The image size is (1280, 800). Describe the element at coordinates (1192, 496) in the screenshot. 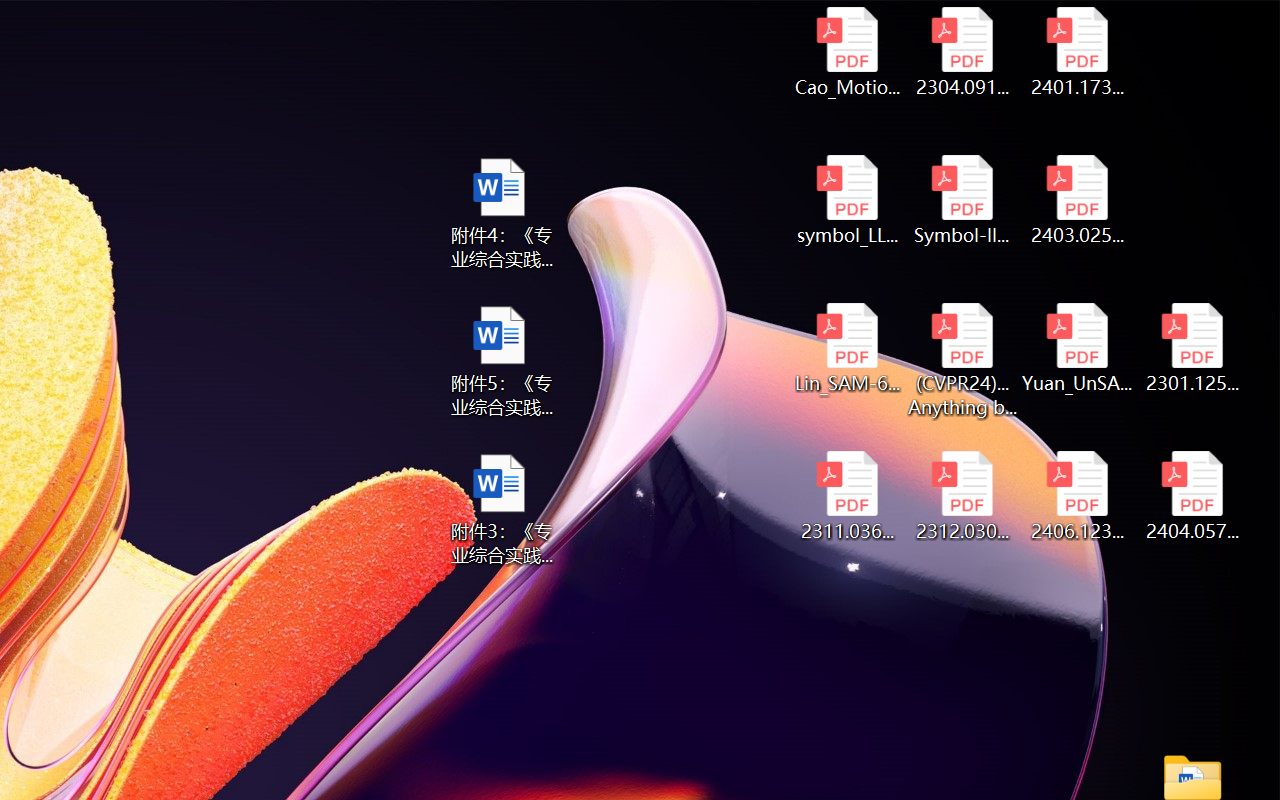

I see `'2404.05719v1.pdf'` at that location.